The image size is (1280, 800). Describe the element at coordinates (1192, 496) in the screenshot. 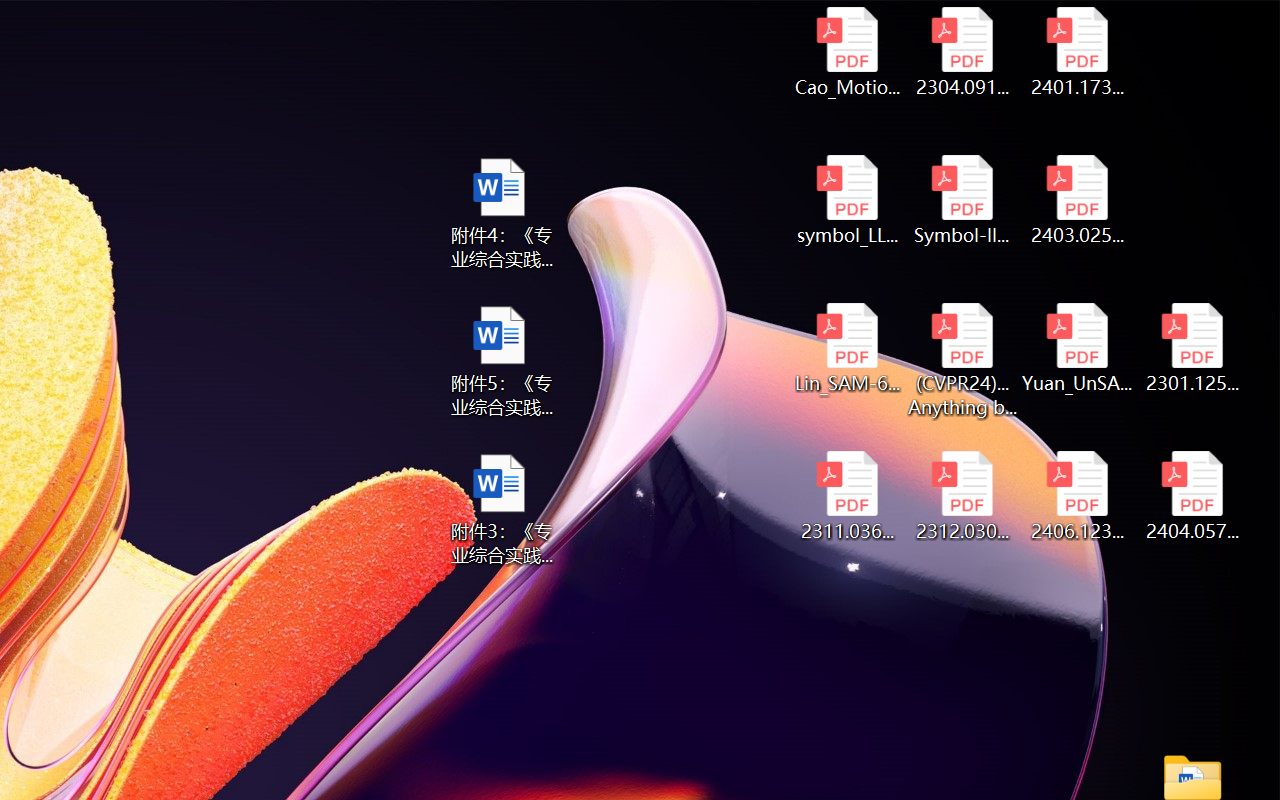

I see `'2404.05719v1.pdf'` at that location.